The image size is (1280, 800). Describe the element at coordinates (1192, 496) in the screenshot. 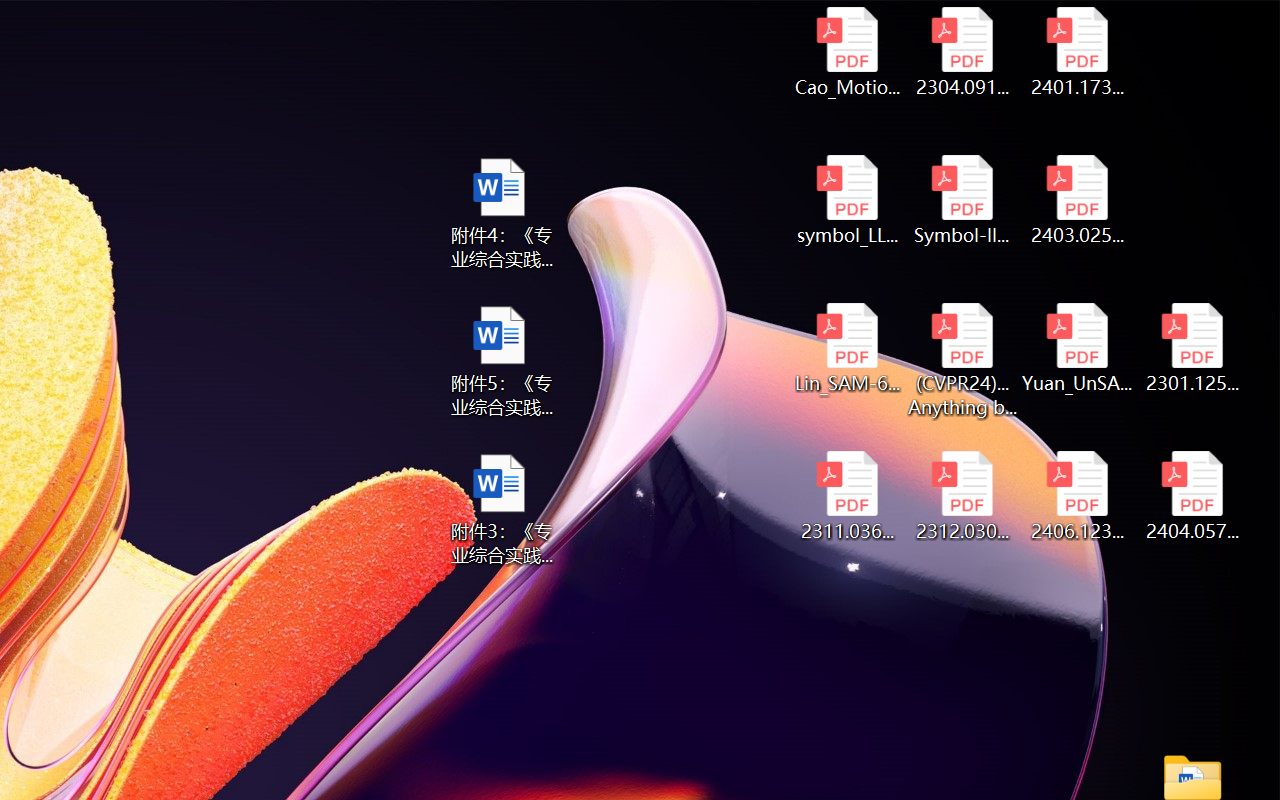

I see `'2404.05719v1.pdf'` at that location.